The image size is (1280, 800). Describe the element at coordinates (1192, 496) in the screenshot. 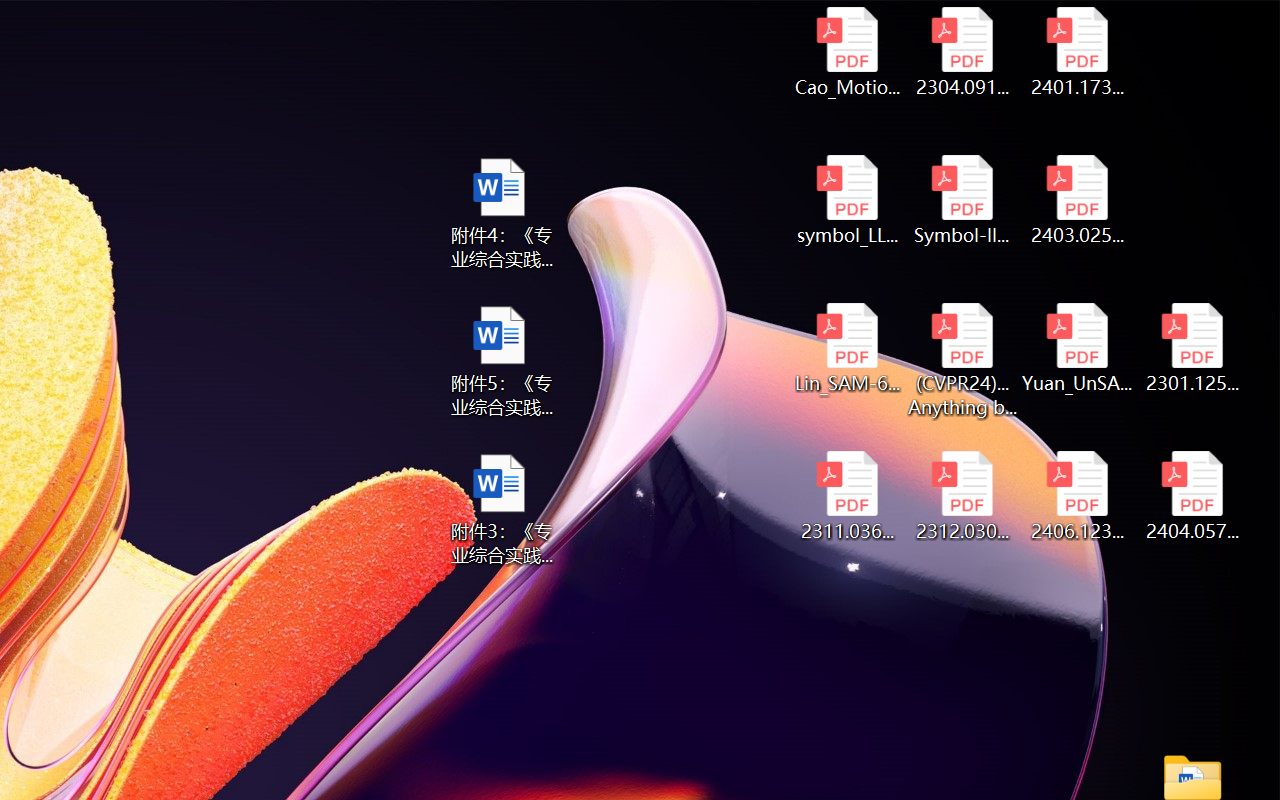

I see `'2404.05719v1.pdf'` at that location.